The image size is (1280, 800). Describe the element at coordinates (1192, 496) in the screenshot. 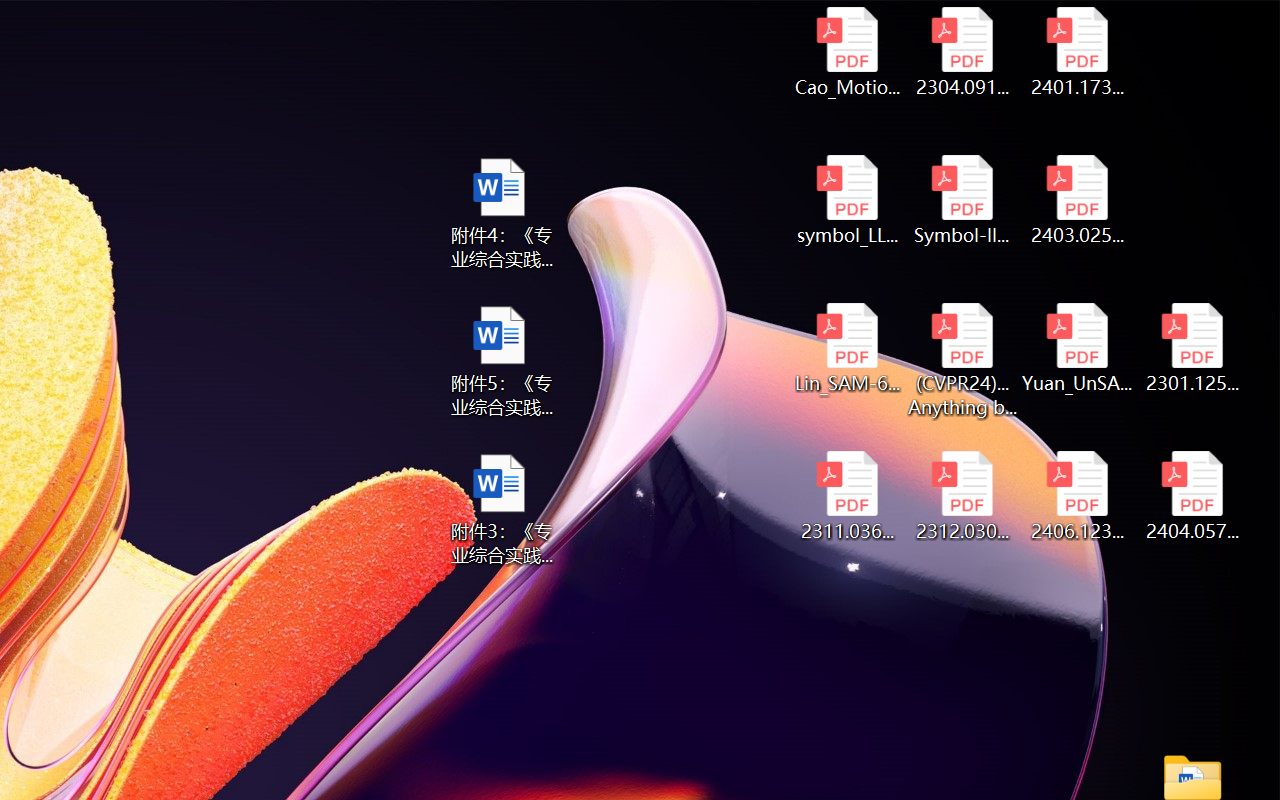

I see `'2404.05719v1.pdf'` at that location.